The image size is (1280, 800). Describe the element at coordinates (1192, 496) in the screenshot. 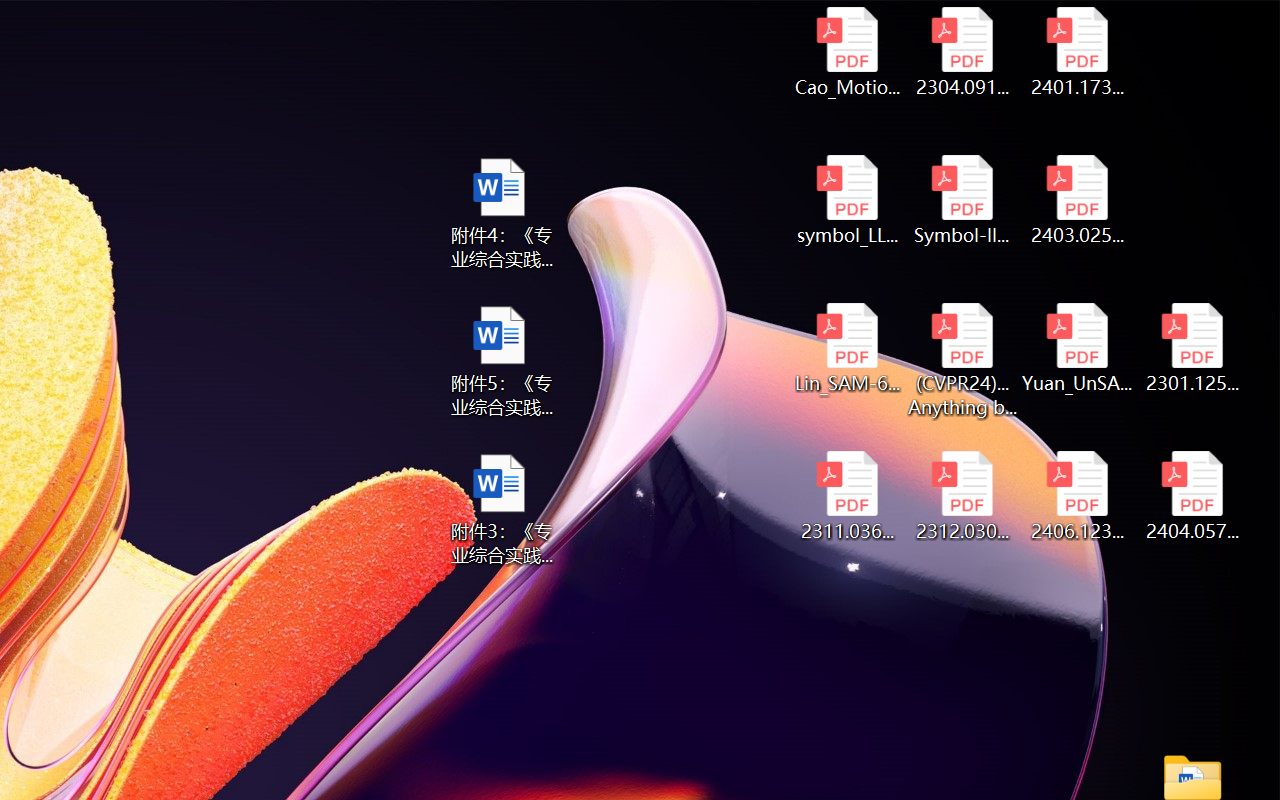

I see `'2404.05719v1.pdf'` at that location.